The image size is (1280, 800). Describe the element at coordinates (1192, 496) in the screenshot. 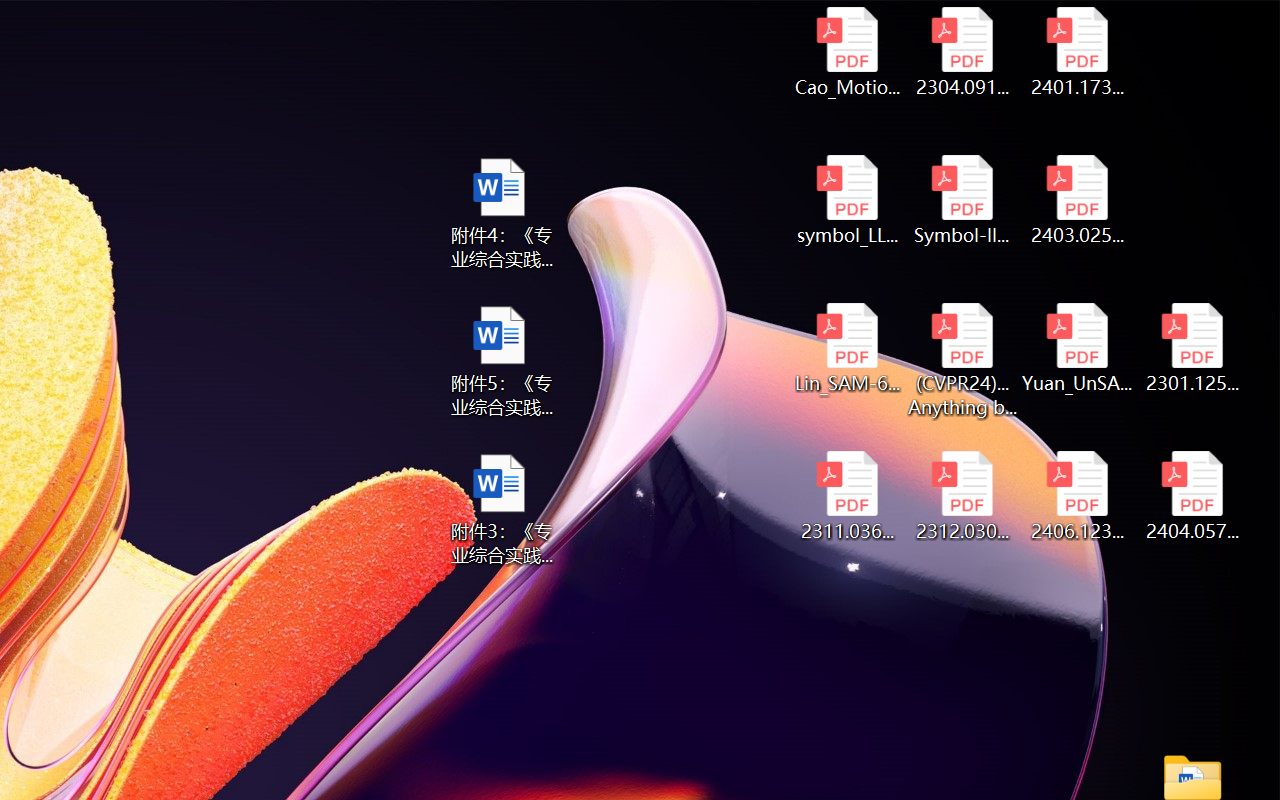

I see `'2404.05719v1.pdf'` at that location.